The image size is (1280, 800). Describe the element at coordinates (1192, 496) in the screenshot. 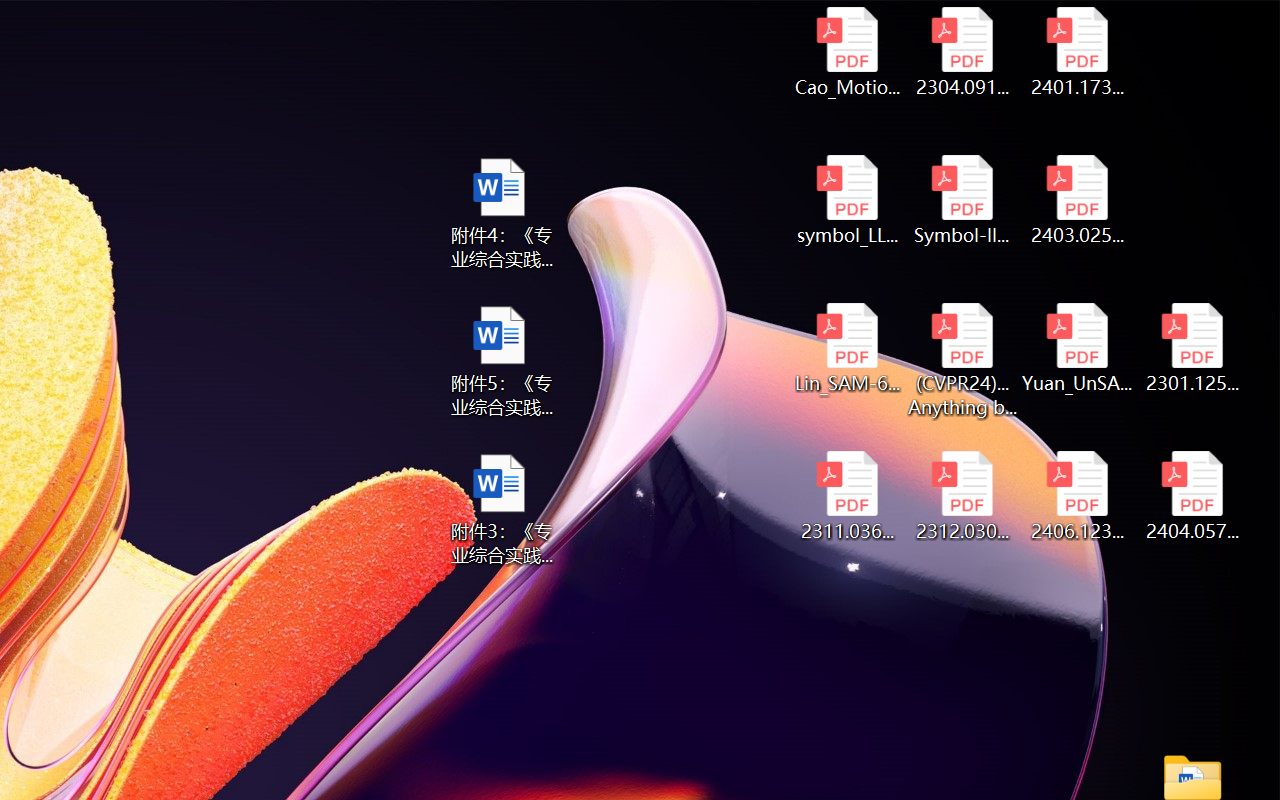

I see `'2404.05719v1.pdf'` at that location.